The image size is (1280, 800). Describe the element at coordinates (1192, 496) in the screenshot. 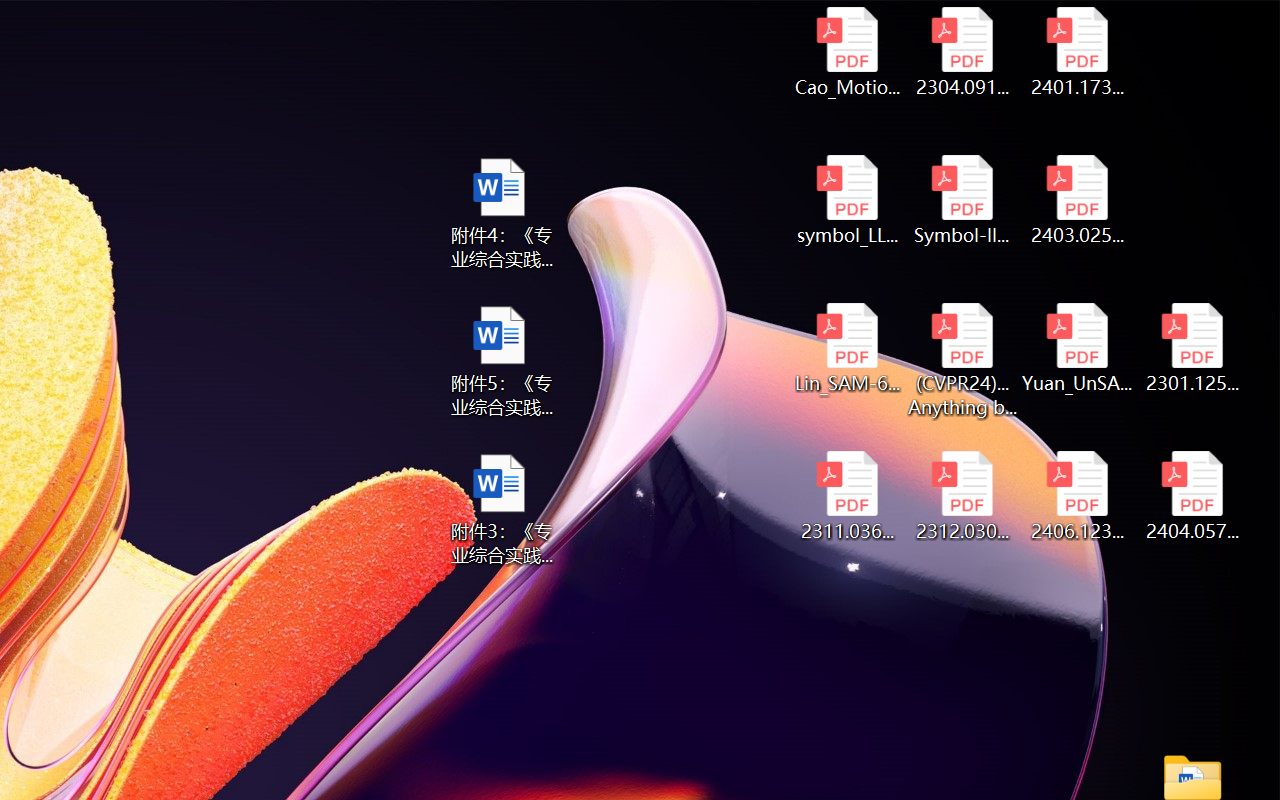

I see `'2404.05719v1.pdf'` at that location.